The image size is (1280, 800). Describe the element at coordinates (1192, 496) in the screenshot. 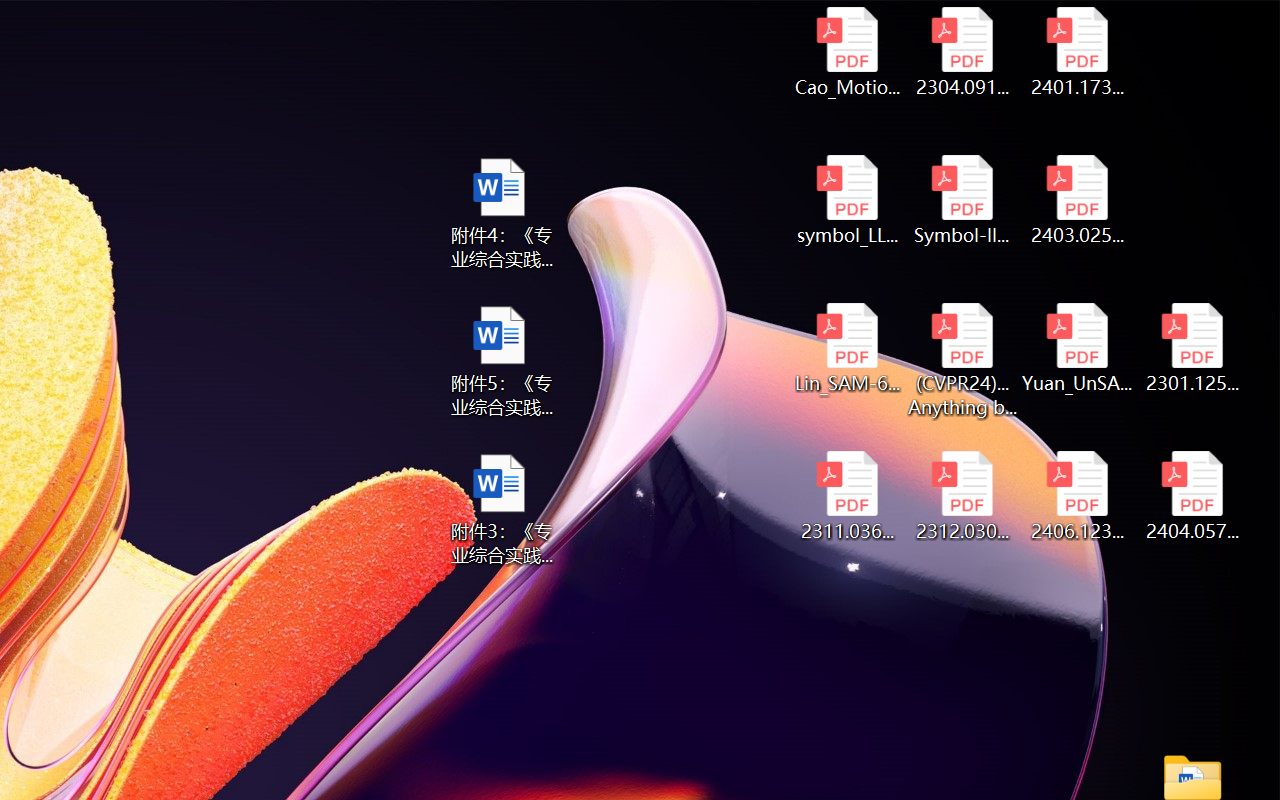

I see `'2404.05719v1.pdf'` at that location.